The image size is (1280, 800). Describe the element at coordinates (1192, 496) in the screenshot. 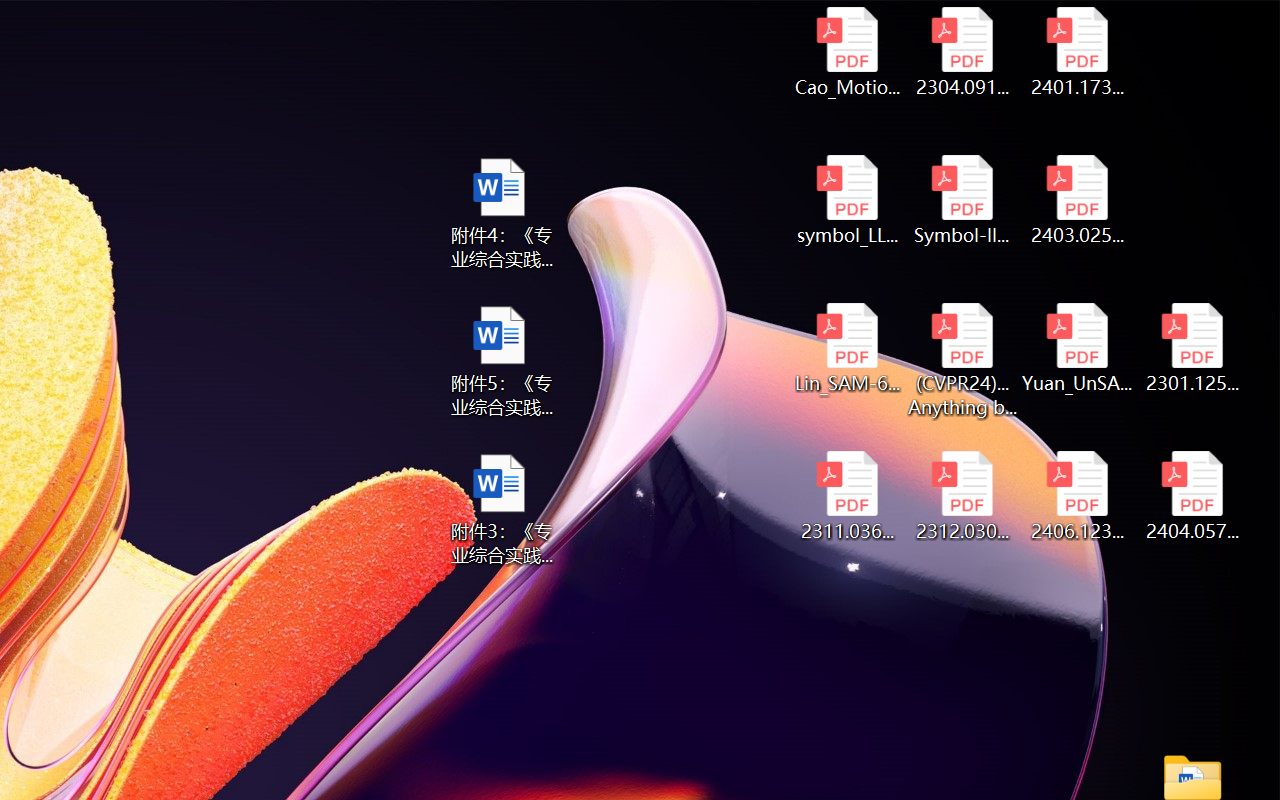

I see `'2404.05719v1.pdf'` at that location.